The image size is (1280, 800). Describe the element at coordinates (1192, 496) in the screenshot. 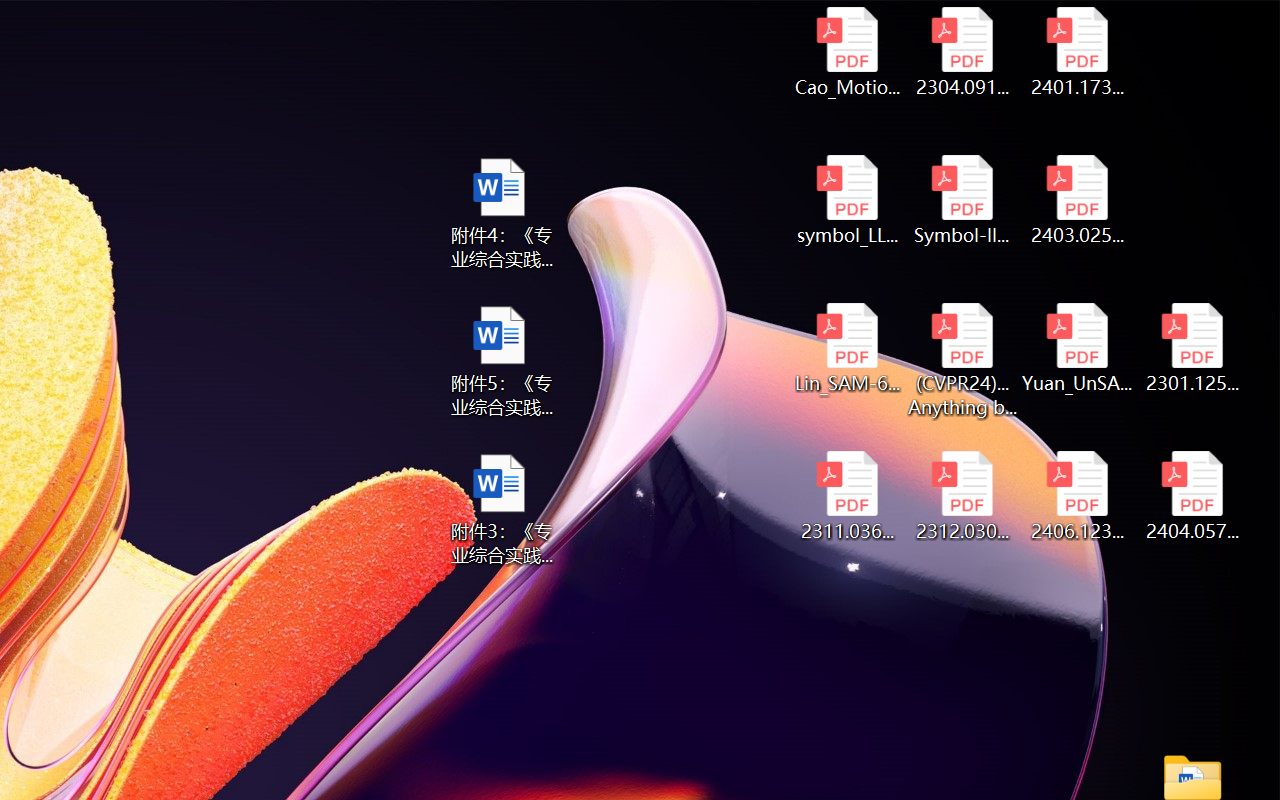

I see `'2404.05719v1.pdf'` at that location.